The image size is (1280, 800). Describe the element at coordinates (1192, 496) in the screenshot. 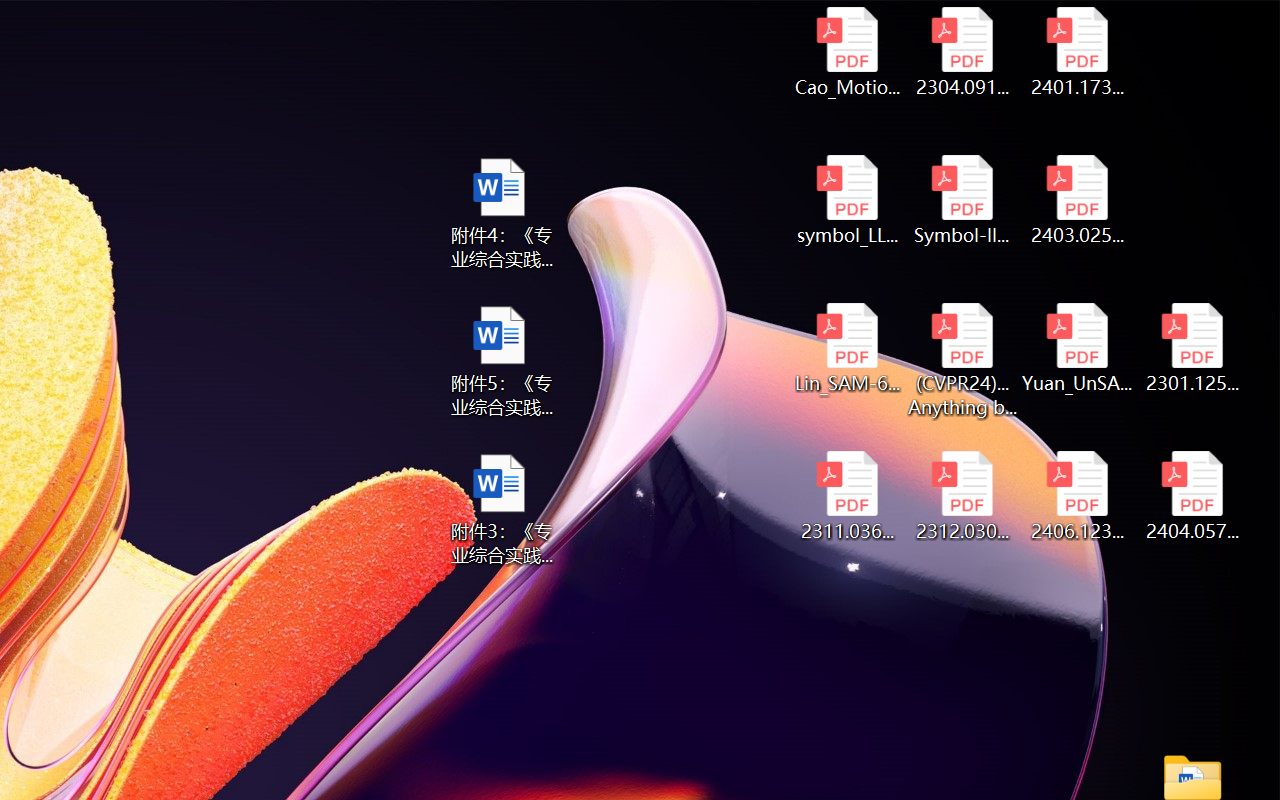

I see `'2404.05719v1.pdf'` at that location.